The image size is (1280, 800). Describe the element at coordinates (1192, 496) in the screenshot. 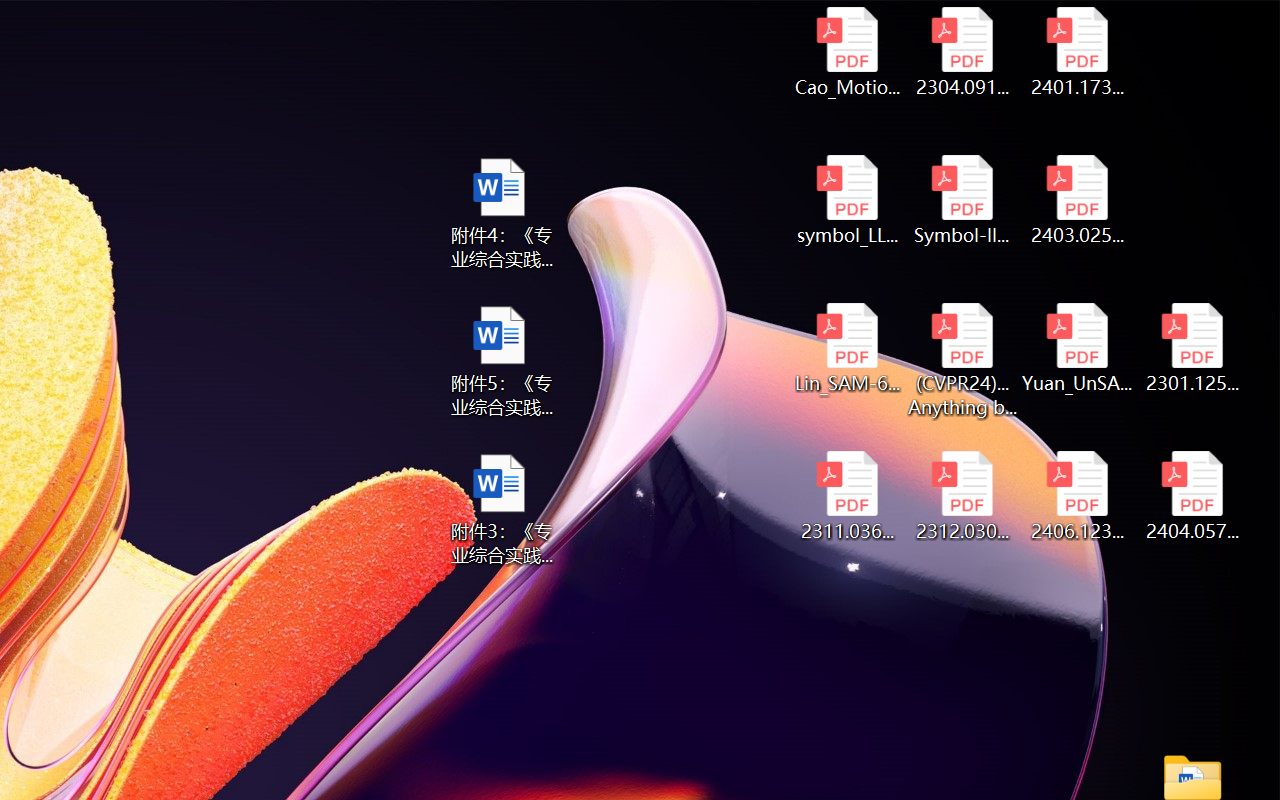

I see `'2404.05719v1.pdf'` at that location.